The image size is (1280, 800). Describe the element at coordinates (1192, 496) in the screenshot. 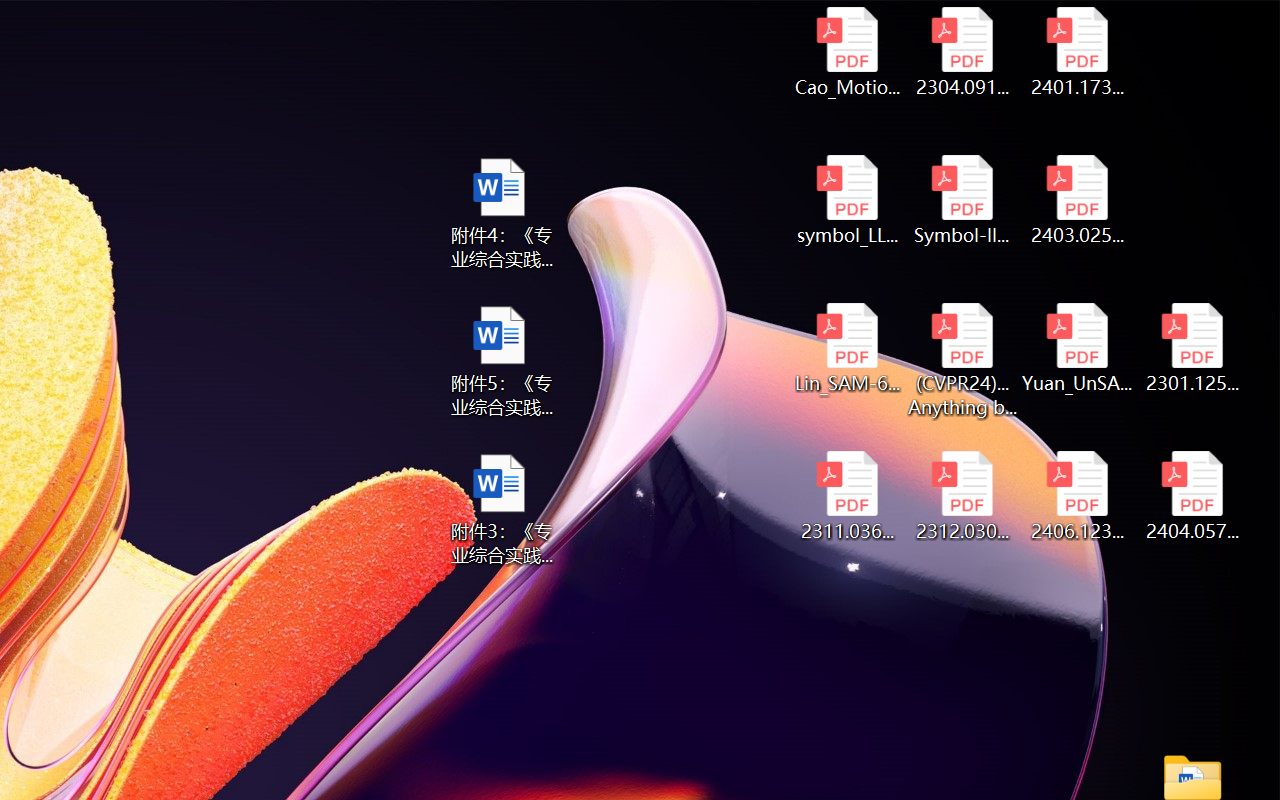

I see `'2404.05719v1.pdf'` at that location.